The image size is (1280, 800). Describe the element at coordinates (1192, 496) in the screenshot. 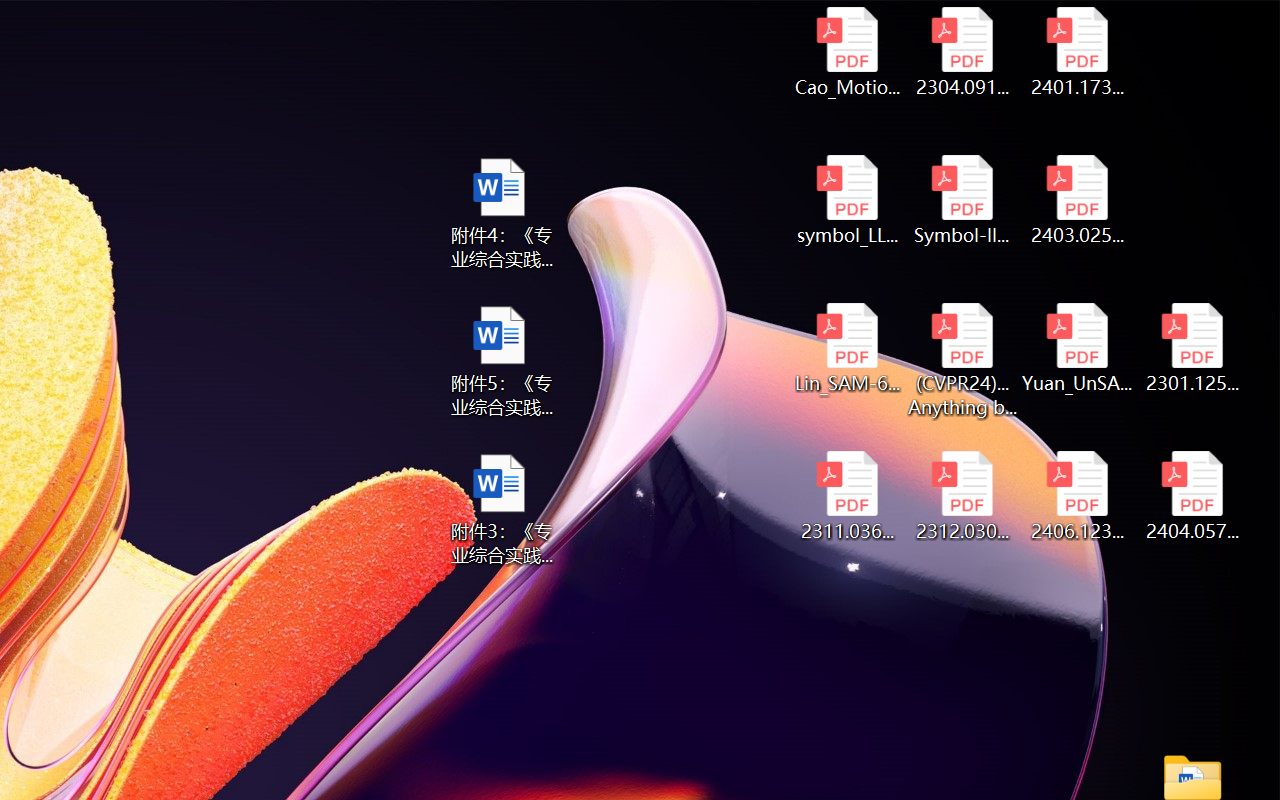

I see `'2404.05719v1.pdf'` at that location.